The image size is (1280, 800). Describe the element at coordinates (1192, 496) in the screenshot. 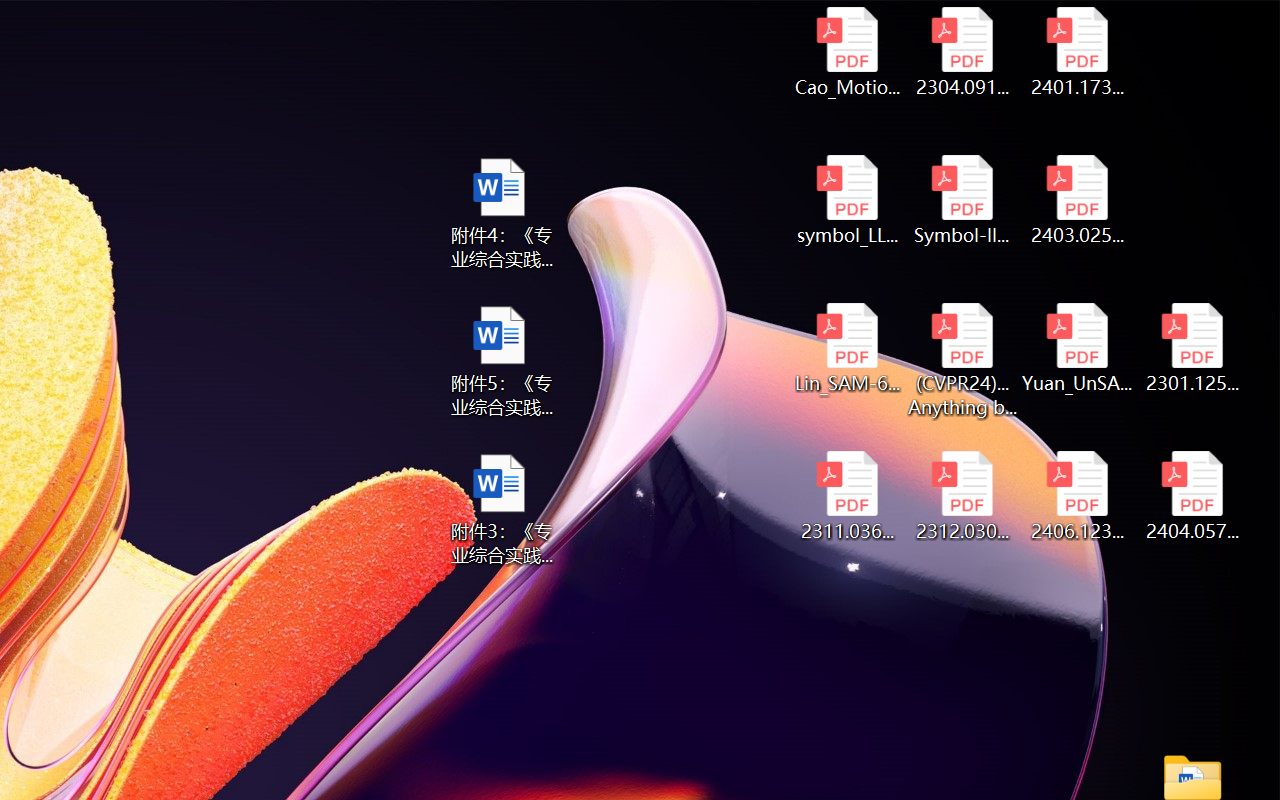

I see `'2404.05719v1.pdf'` at that location.